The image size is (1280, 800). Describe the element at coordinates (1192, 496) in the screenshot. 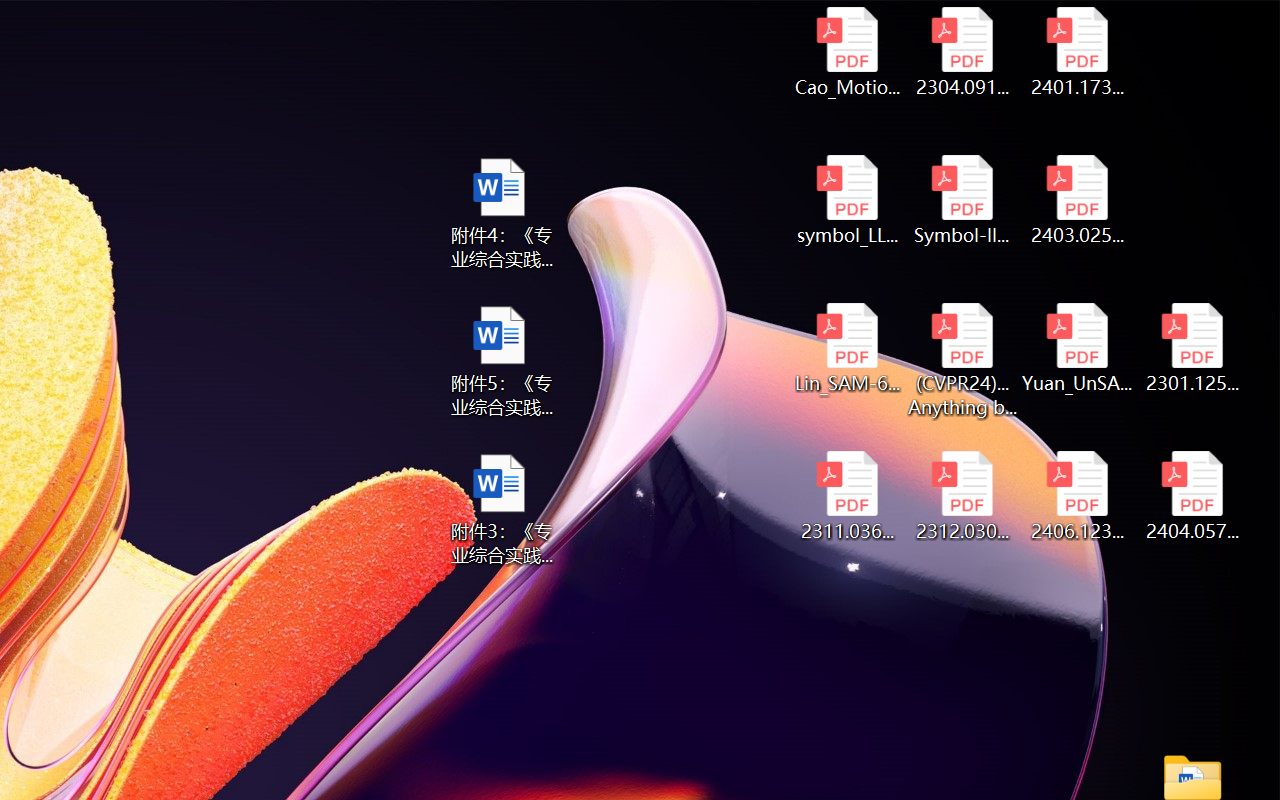

I see `'2404.05719v1.pdf'` at that location.